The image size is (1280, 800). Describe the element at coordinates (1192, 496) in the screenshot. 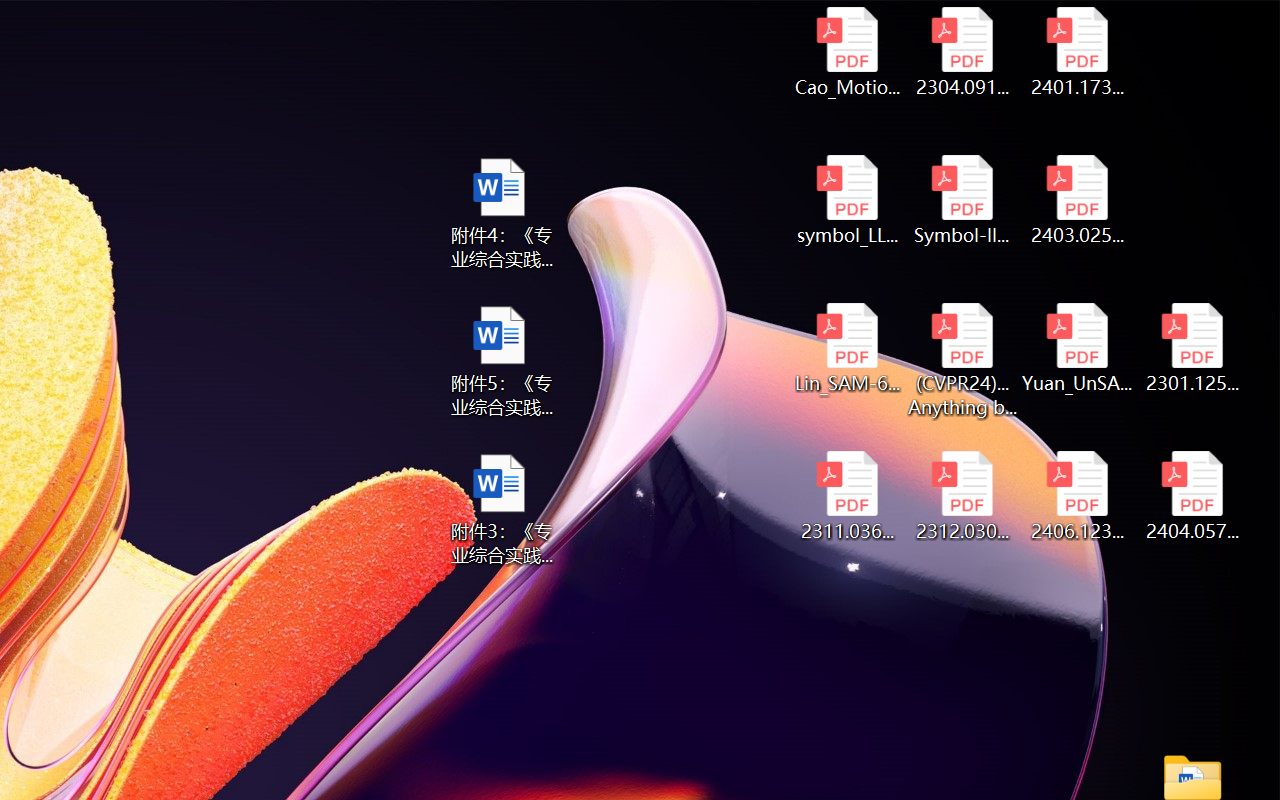

I see `'2404.05719v1.pdf'` at that location.